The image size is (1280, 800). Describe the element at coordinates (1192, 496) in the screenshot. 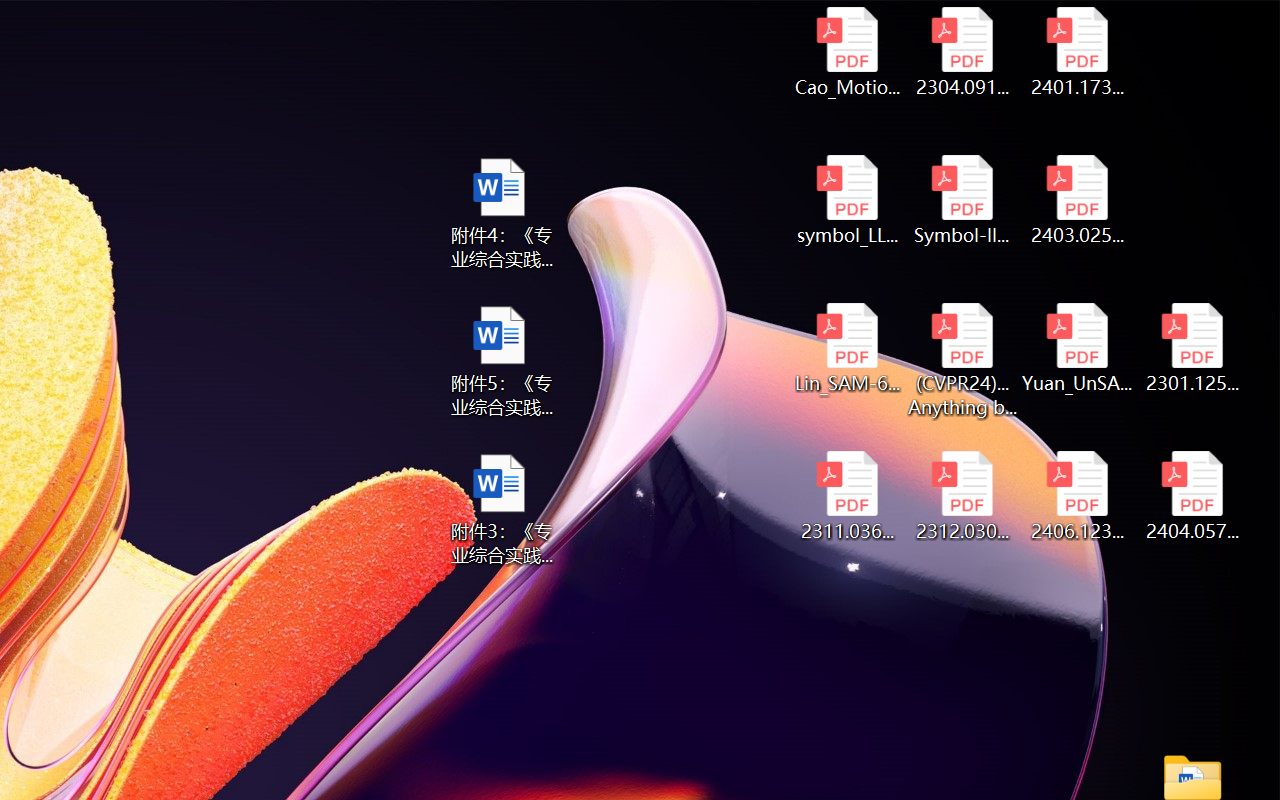

I see `'2404.05719v1.pdf'` at that location.